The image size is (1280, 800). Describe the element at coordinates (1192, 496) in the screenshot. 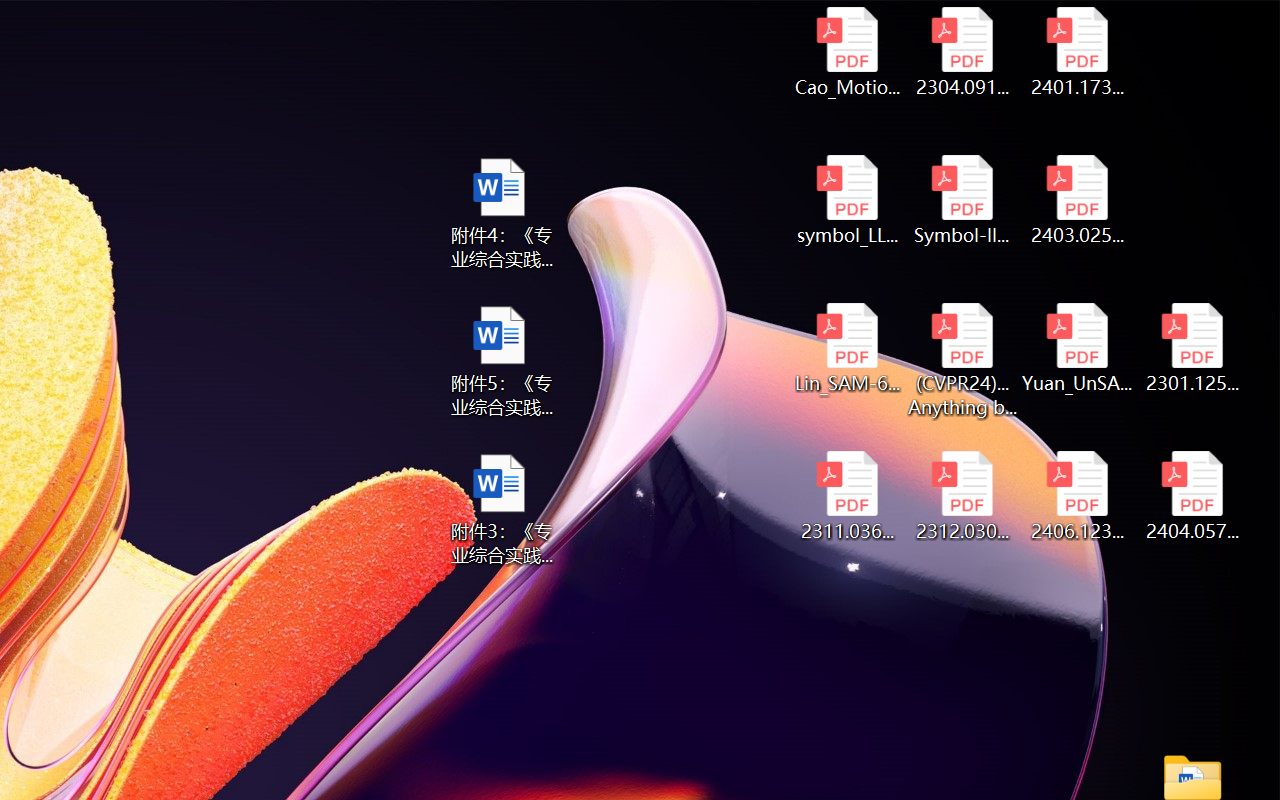

I see `'2404.05719v1.pdf'` at that location.